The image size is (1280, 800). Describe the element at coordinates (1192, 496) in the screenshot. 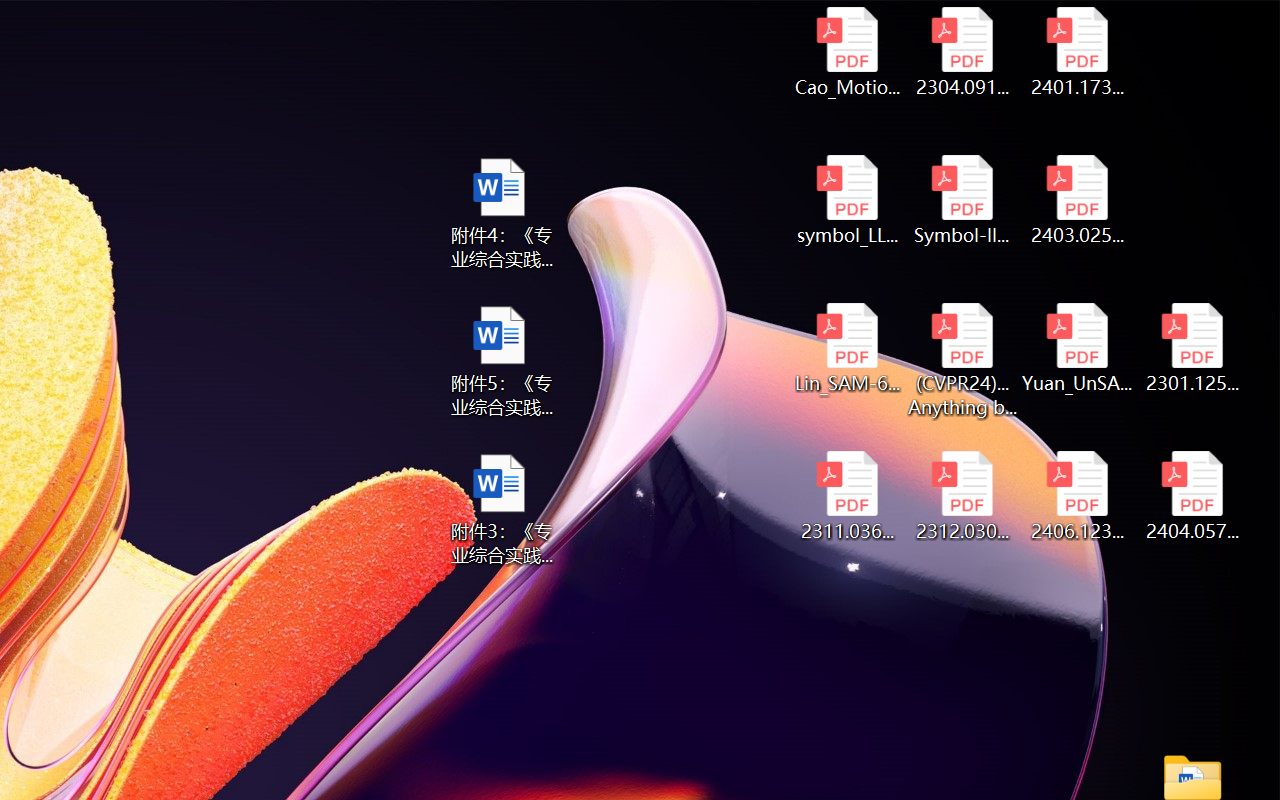

I see `'2404.05719v1.pdf'` at that location.